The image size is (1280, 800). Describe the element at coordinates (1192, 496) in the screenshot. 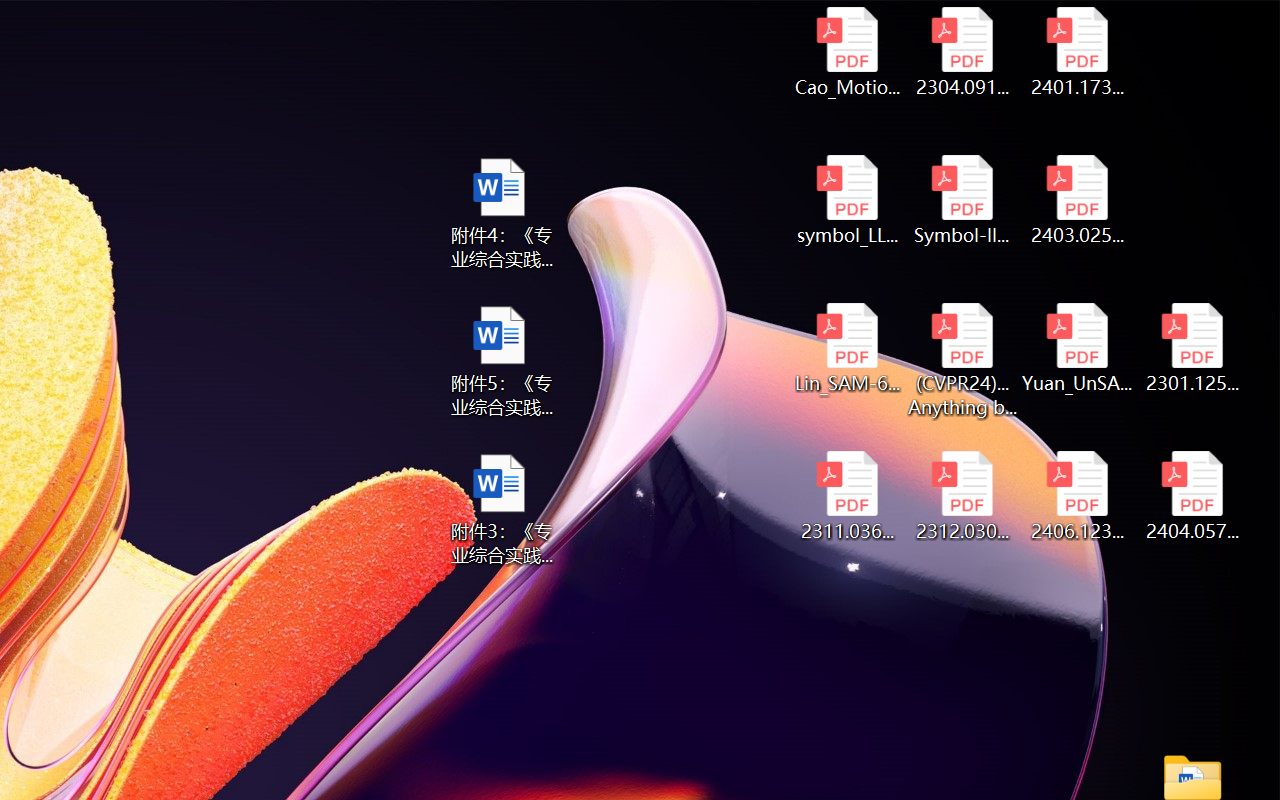

I see `'2404.05719v1.pdf'` at that location.